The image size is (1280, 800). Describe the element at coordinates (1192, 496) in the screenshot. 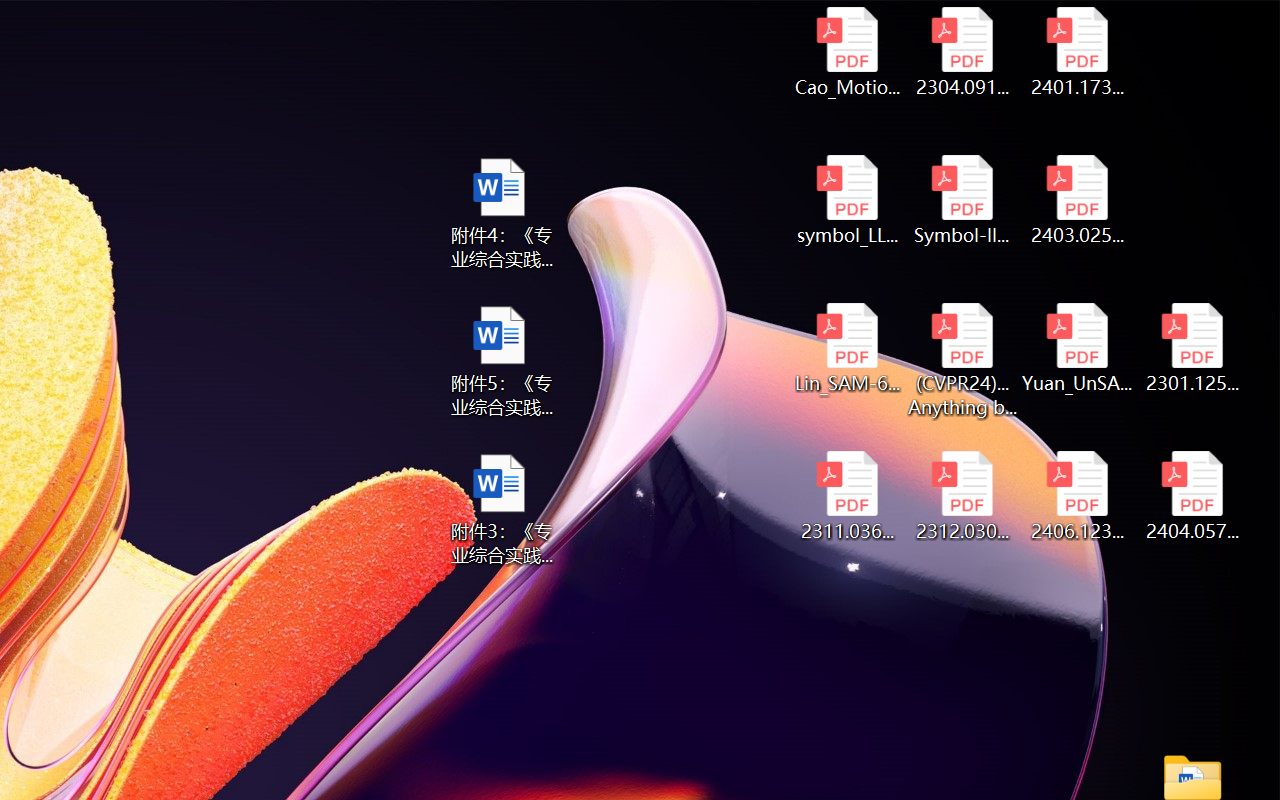

I see `'2404.05719v1.pdf'` at that location.